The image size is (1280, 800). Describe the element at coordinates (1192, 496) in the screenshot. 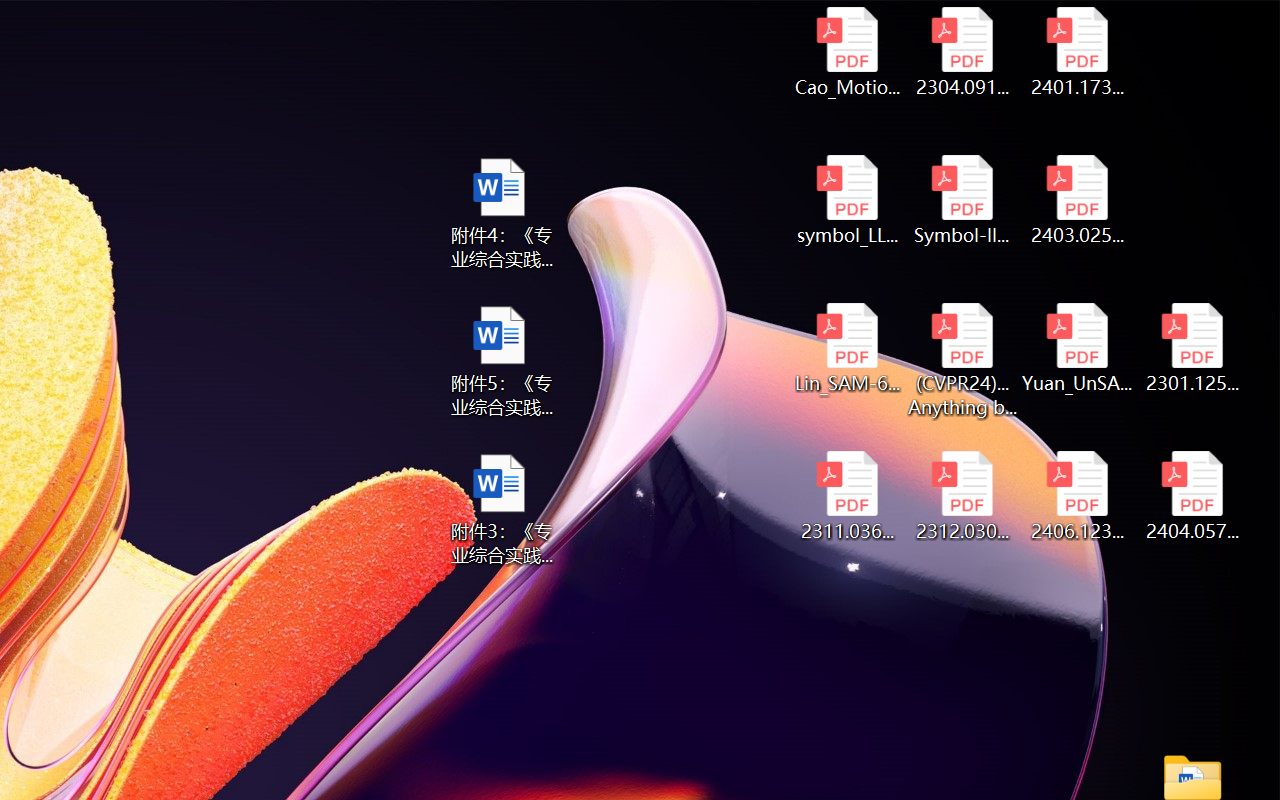

I see `'2404.05719v1.pdf'` at that location.